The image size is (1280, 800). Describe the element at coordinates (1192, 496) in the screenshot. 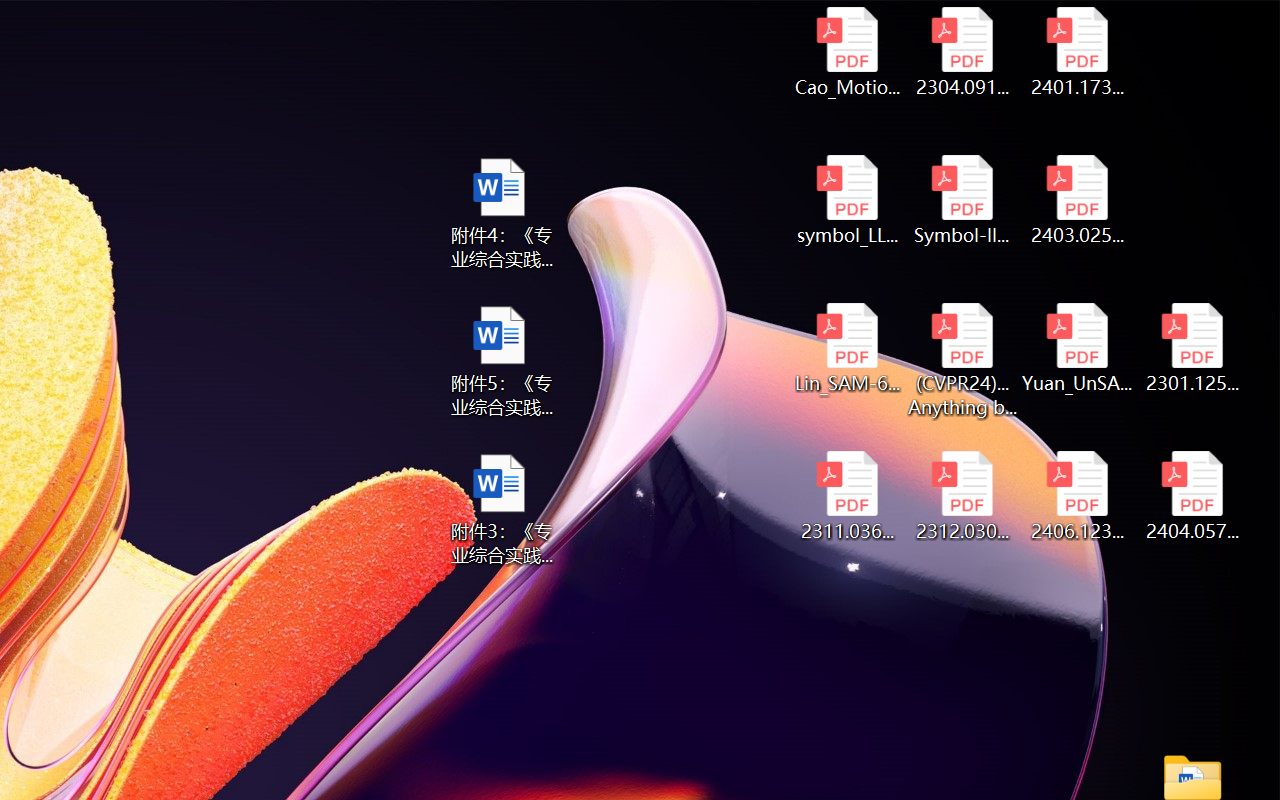

I see `'2404.05719v1.pdf'` at that location.